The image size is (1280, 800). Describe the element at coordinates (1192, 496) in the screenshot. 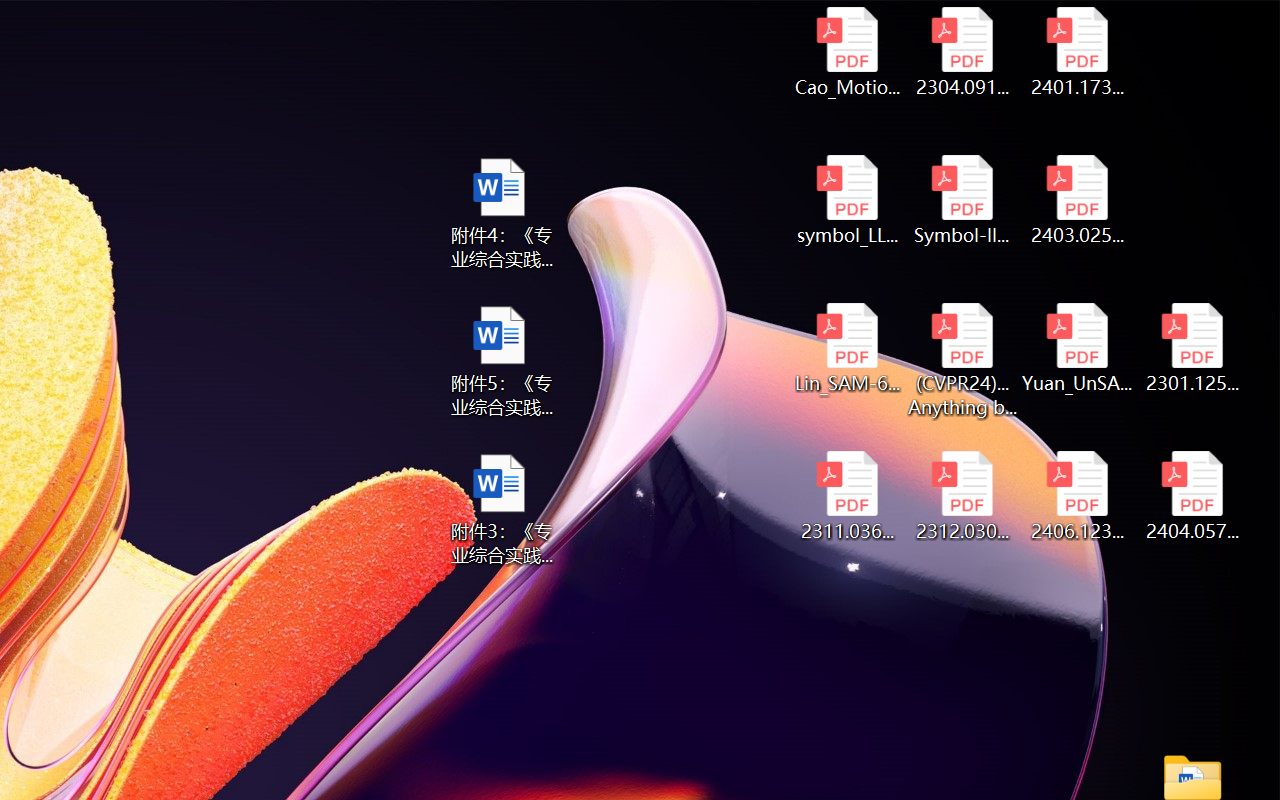

I see `'2404.05719v1.pdf'` at that location.